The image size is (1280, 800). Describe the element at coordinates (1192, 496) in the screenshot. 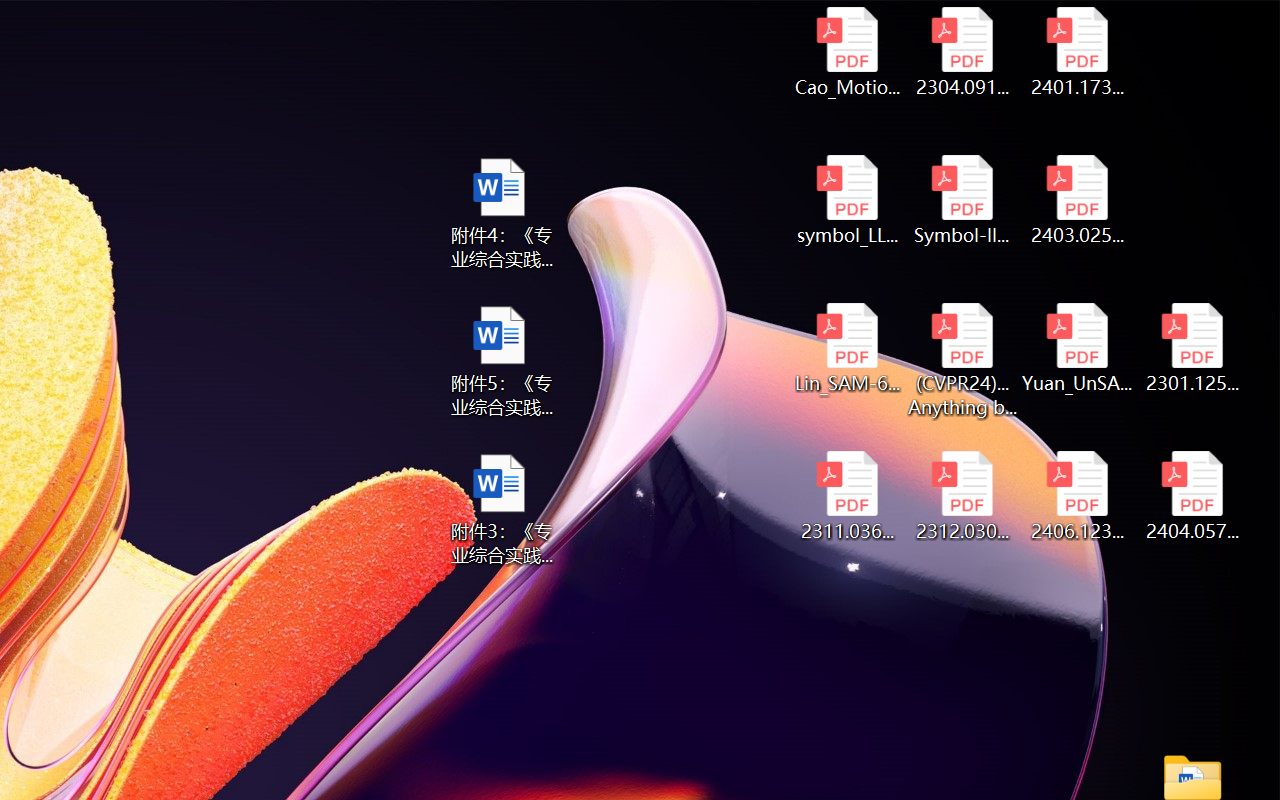

I see `'2404.05719v1.pdf'` at that location.